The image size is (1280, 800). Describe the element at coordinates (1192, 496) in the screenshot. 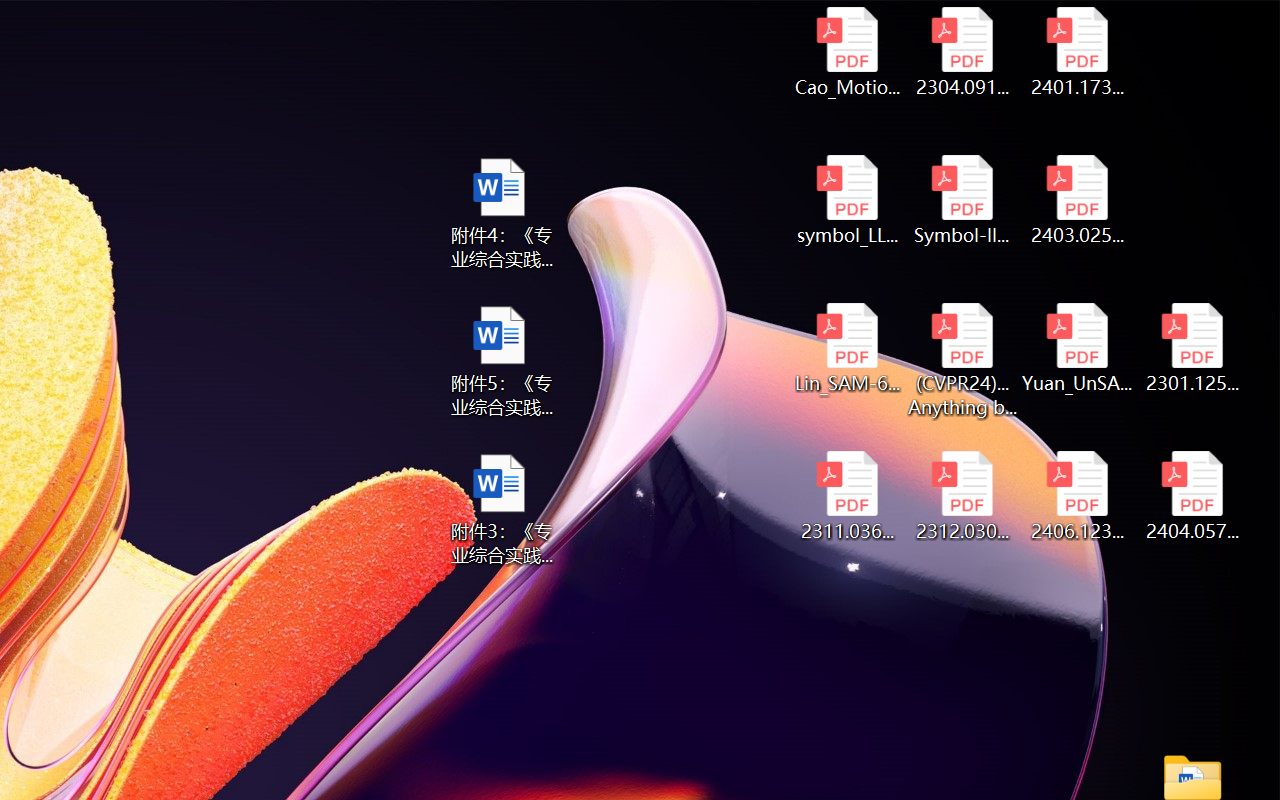

I see `'2404.05719v1.pdf'` at that location.